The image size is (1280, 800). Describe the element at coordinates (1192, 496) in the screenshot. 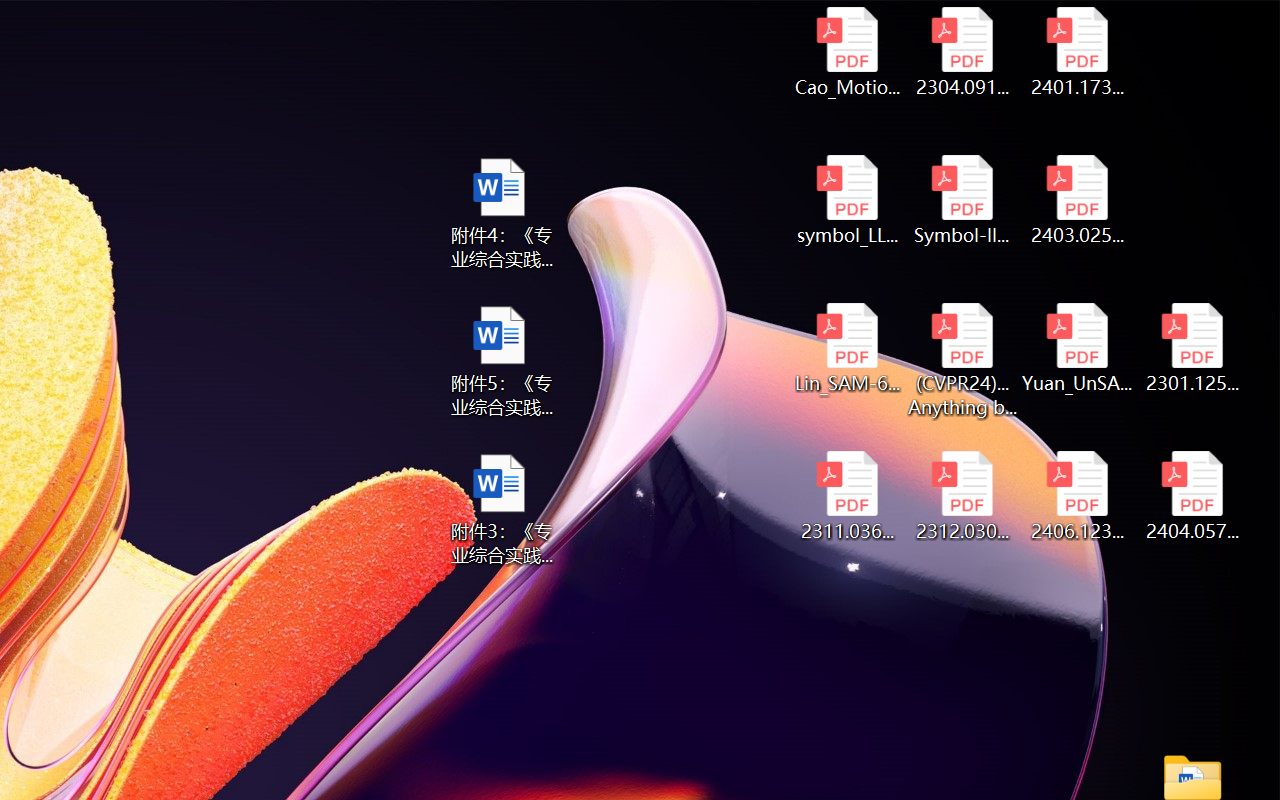

I see `'2404.05719v1.pdf'` at that location.